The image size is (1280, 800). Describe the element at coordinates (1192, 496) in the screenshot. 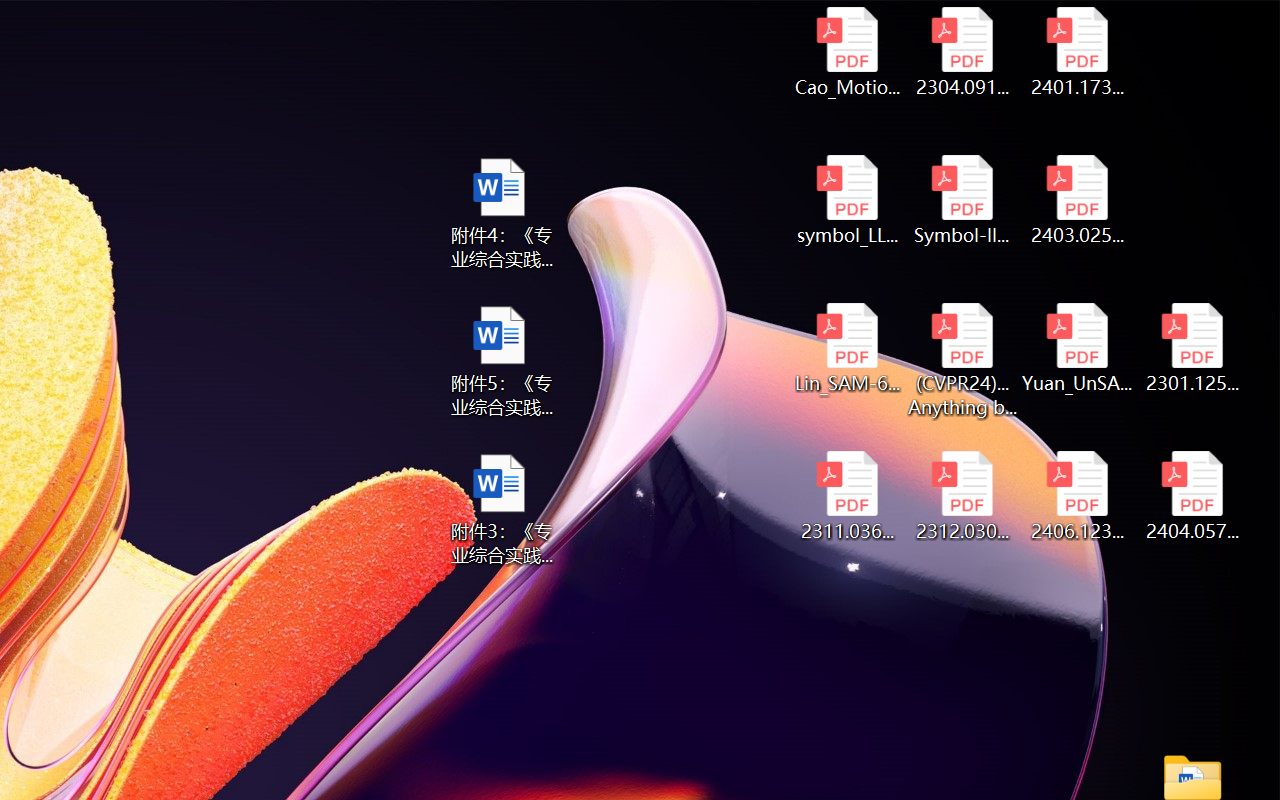

I see `'2404.05719v1.pdf'` at that location.